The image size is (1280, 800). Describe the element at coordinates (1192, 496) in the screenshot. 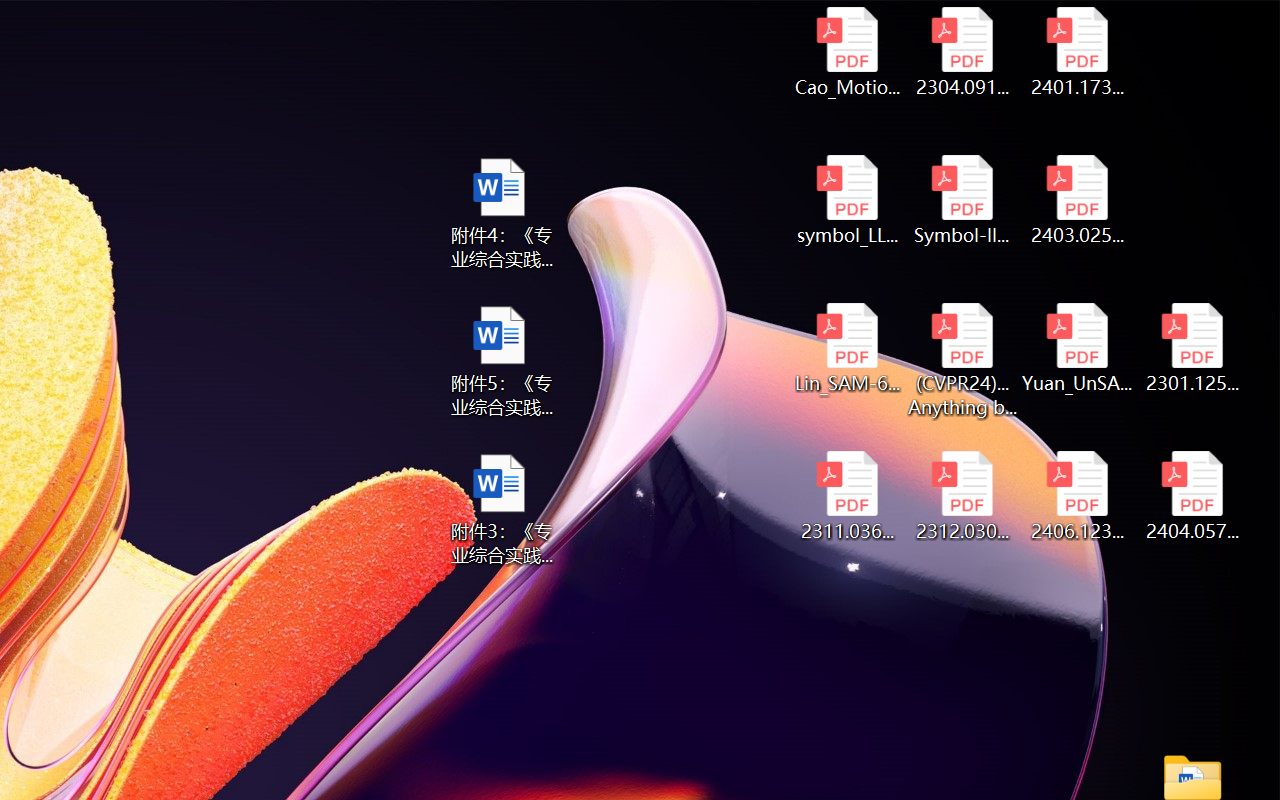

I see `'2404.05719v1.pdf'` at that location.